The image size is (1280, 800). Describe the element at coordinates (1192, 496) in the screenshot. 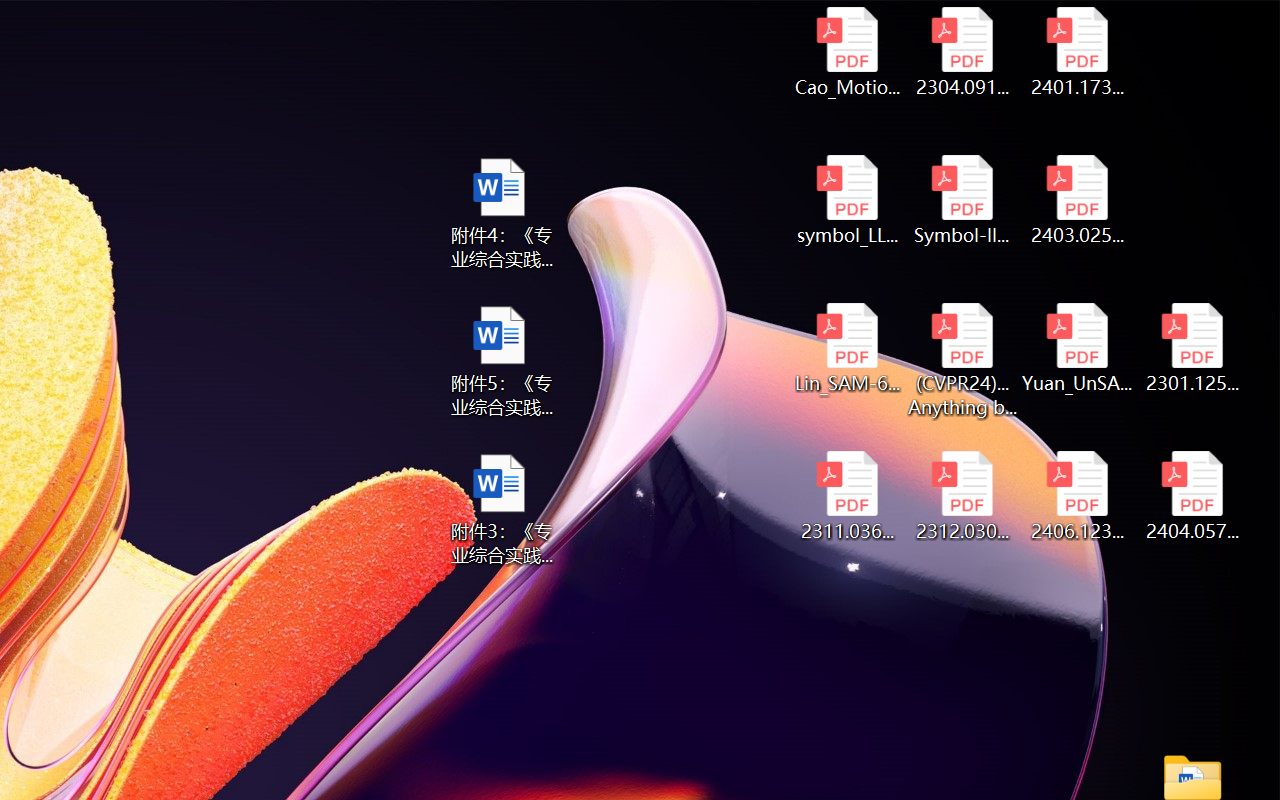

I see `'2404.05719v1.pdf'` at that location.